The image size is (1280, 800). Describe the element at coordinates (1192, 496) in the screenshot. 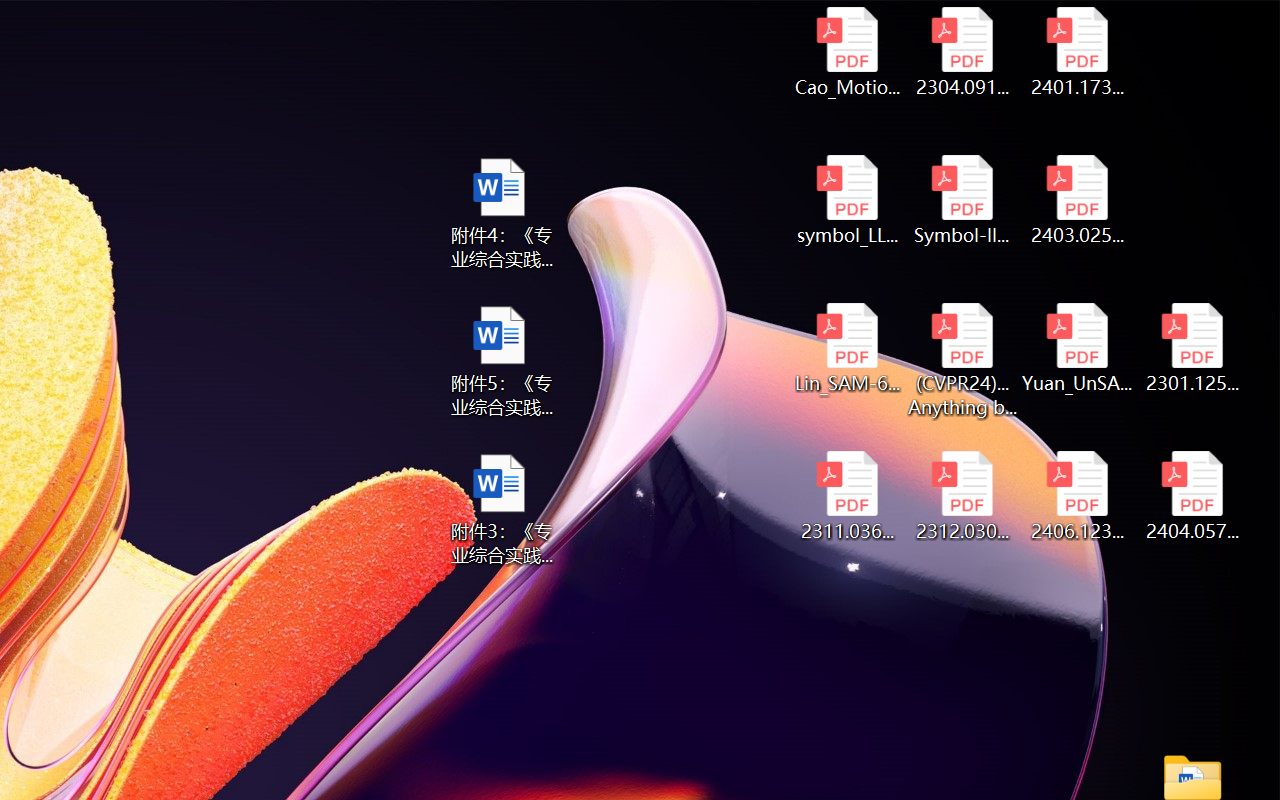

I see `'2404.05719v1.pdf'` at that location.